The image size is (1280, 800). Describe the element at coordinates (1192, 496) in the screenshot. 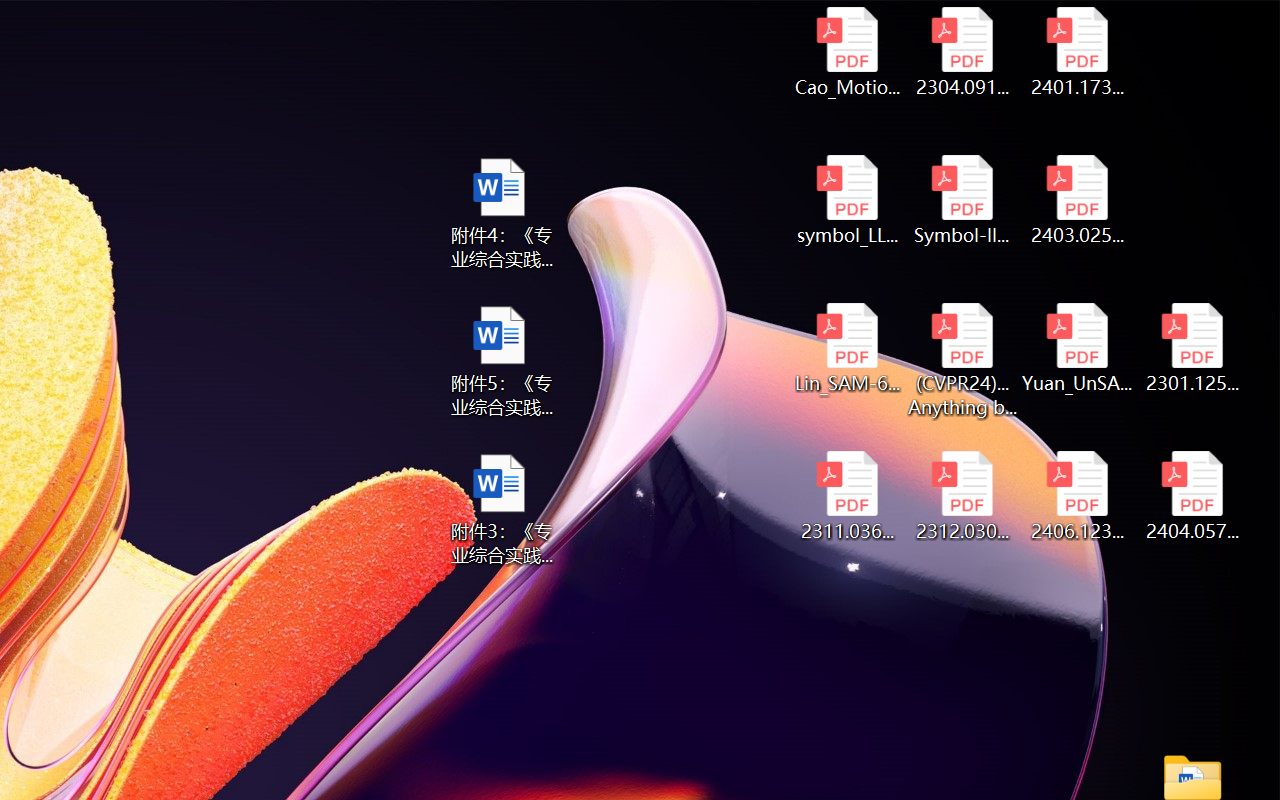

I see `'2404.05719v1.pdf'` at that location.